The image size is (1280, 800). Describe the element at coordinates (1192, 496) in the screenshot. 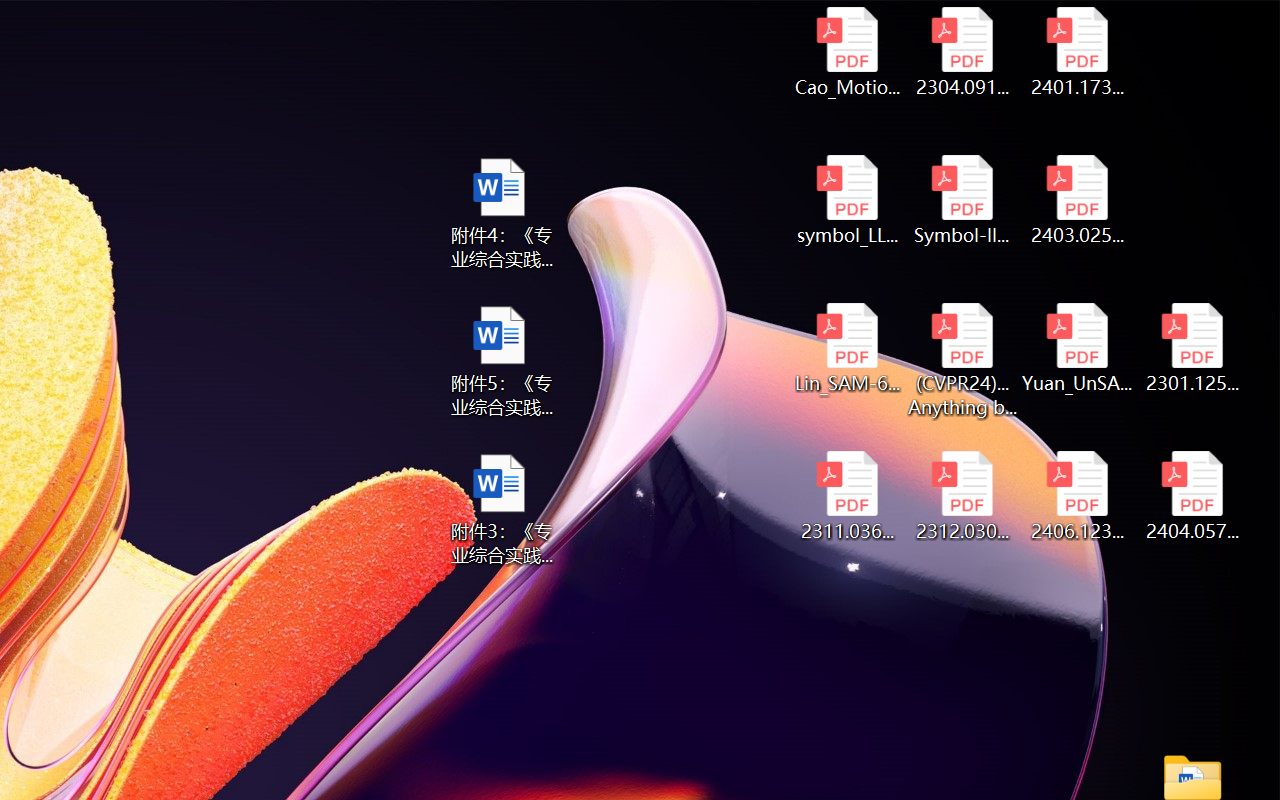

I see `'2404.05719v1.pdf'` at that location.